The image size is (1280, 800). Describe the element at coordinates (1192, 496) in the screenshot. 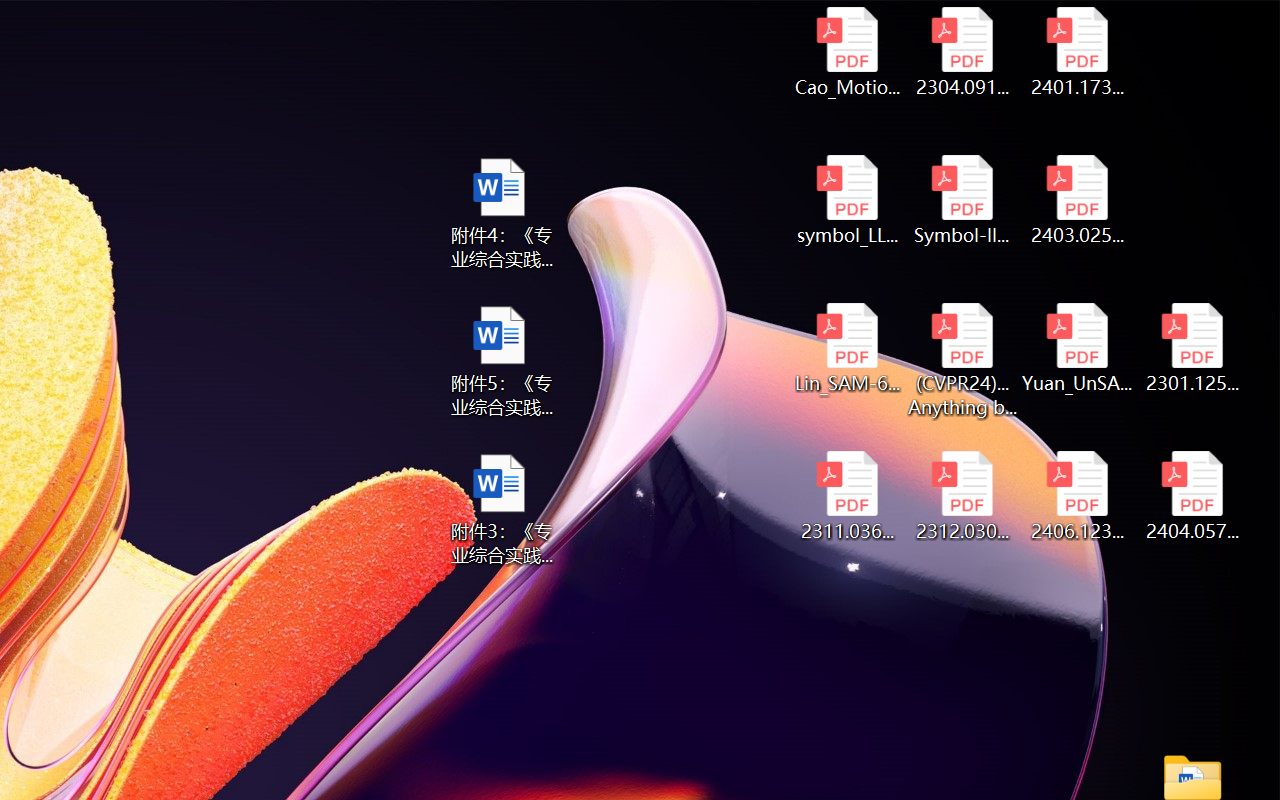

I see `'2404.05719v1.pdf'` at that location.